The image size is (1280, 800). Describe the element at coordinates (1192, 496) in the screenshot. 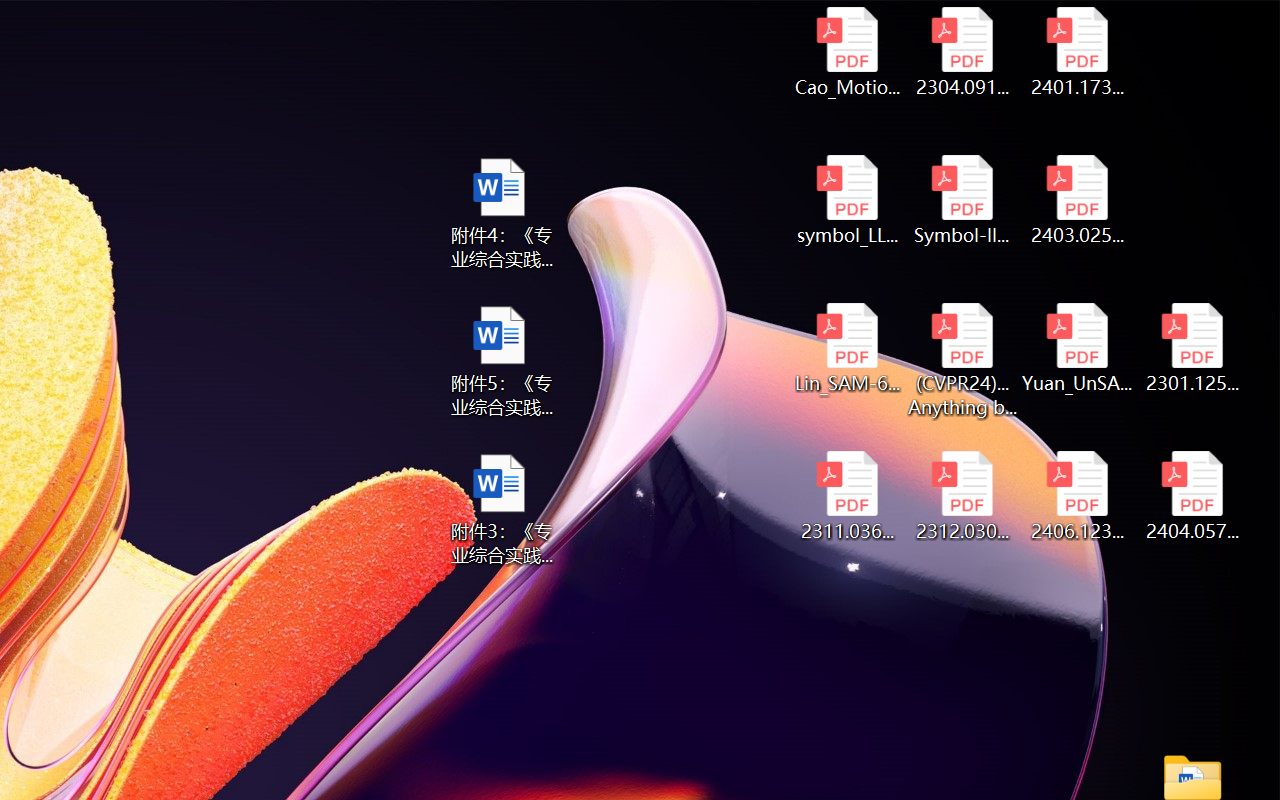

I see `'2404.05719v1.pdf'` at that location.